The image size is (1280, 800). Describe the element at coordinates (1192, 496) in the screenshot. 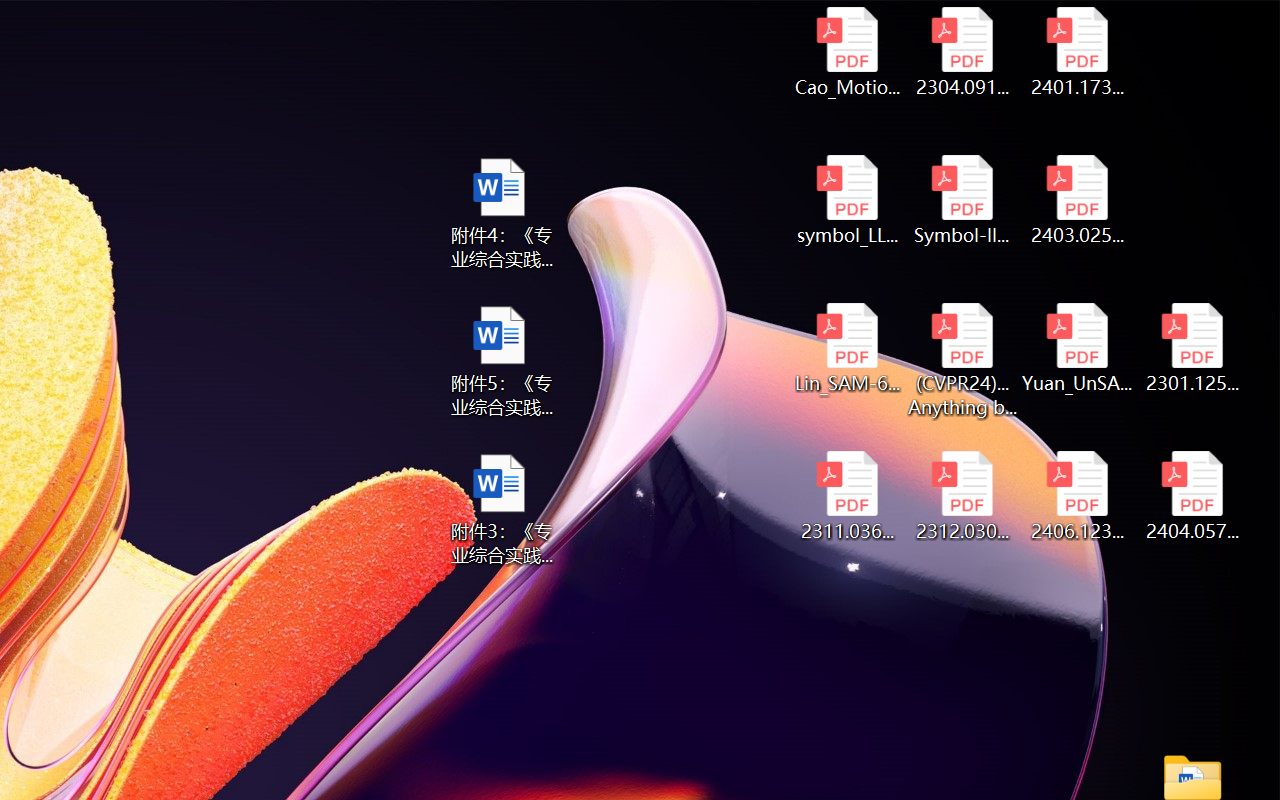

I see `'2404.05719v1.pdf'` at that location.